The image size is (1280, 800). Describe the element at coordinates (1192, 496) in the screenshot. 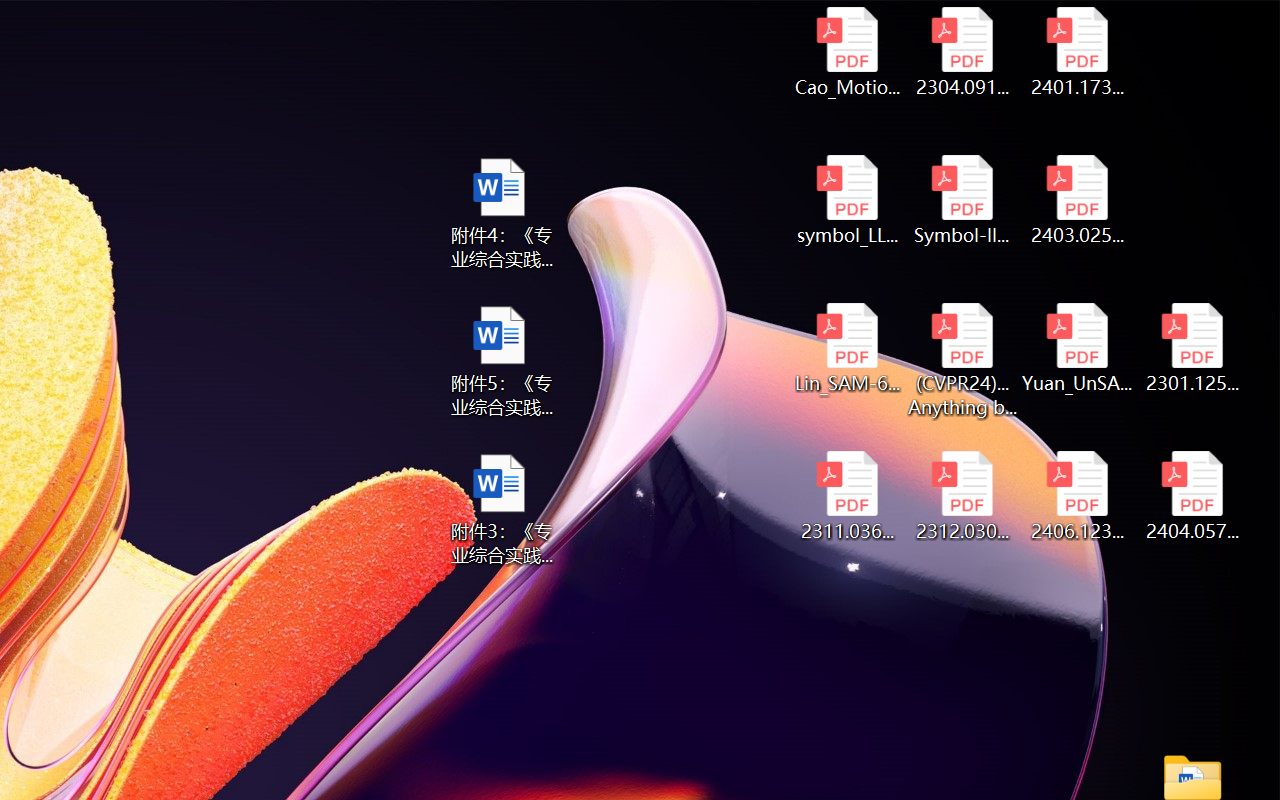

I see `'2404.05719v1.pdf'` at that location.